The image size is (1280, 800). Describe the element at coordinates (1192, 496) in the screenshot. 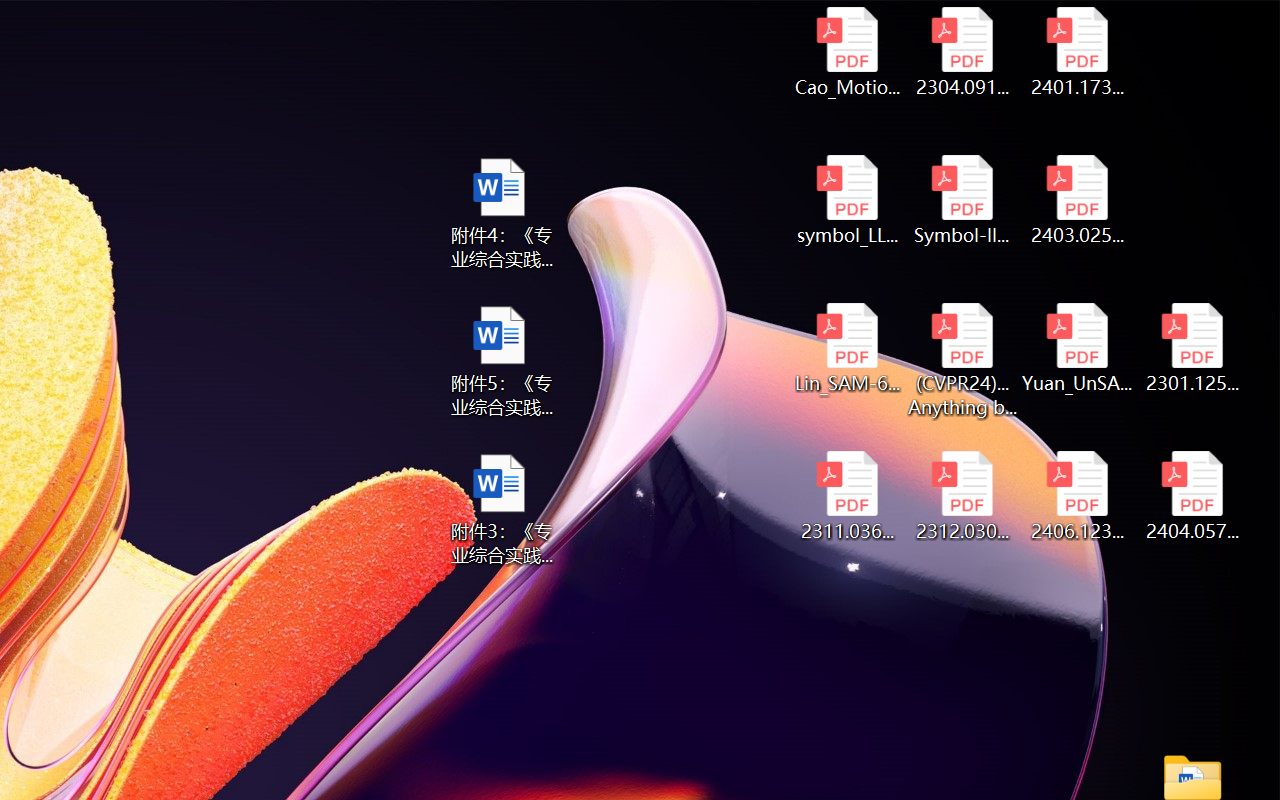

I see `'2404.05719v1.pdf'` at that location.